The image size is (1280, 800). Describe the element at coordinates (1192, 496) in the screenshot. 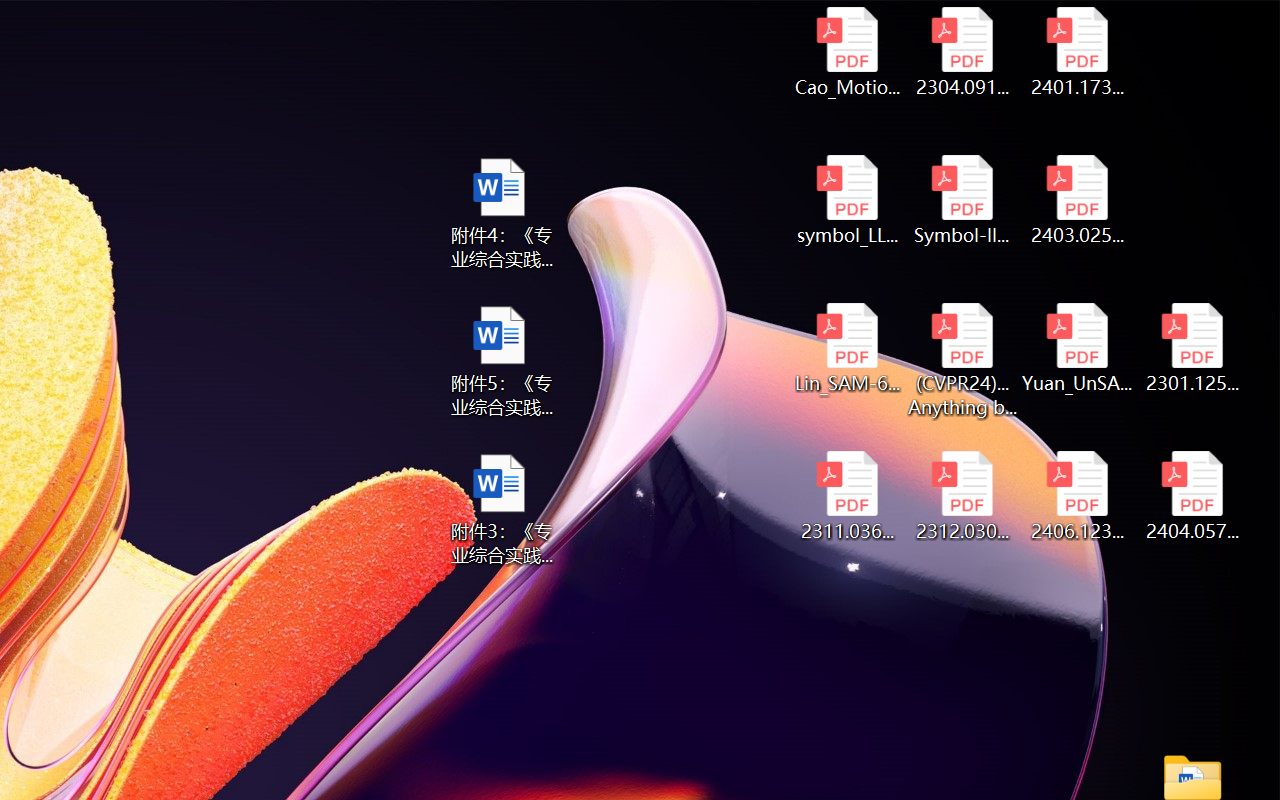

I see `'2404.05719v1.pdf'` at that location.